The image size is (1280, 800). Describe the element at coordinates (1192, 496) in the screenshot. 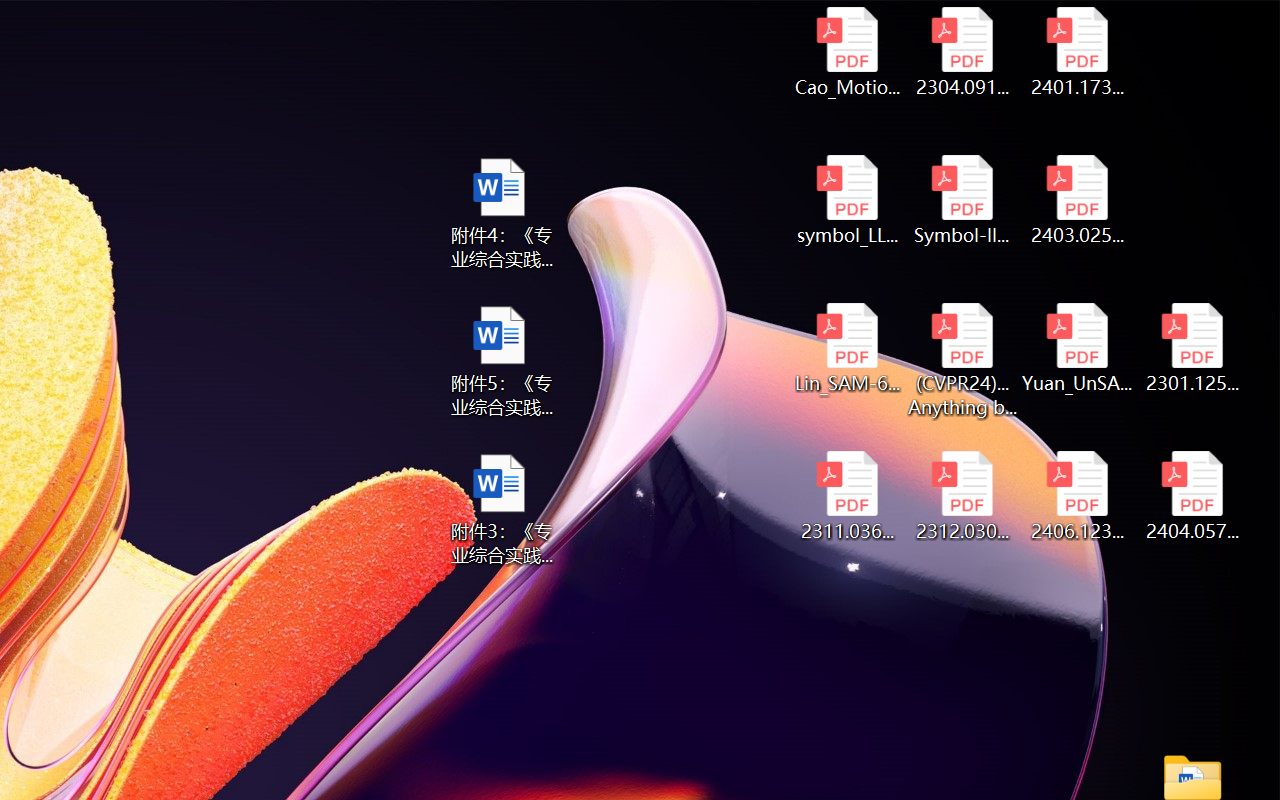

I see `'2404.05719v1.pdf'` at that location.